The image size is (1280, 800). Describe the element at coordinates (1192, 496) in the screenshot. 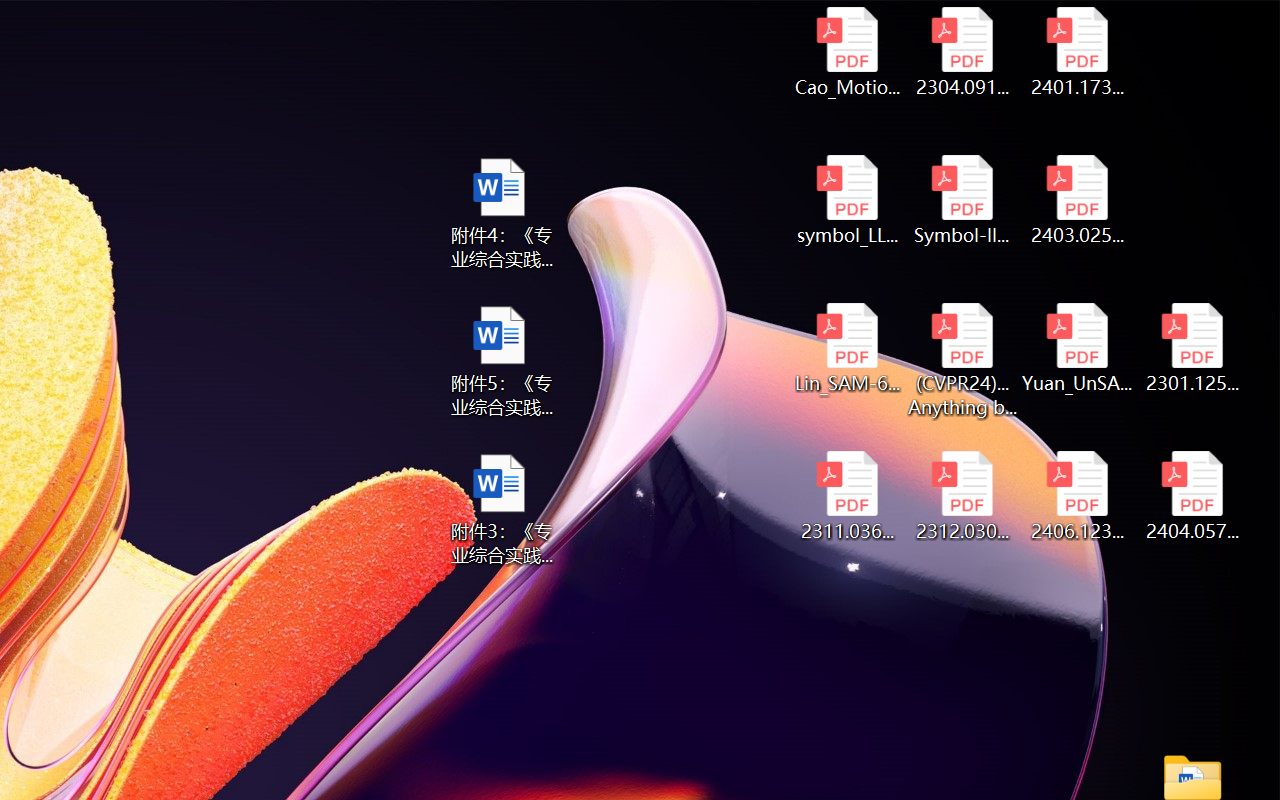

I see `'2404.05719v1.pdf'` at that location.